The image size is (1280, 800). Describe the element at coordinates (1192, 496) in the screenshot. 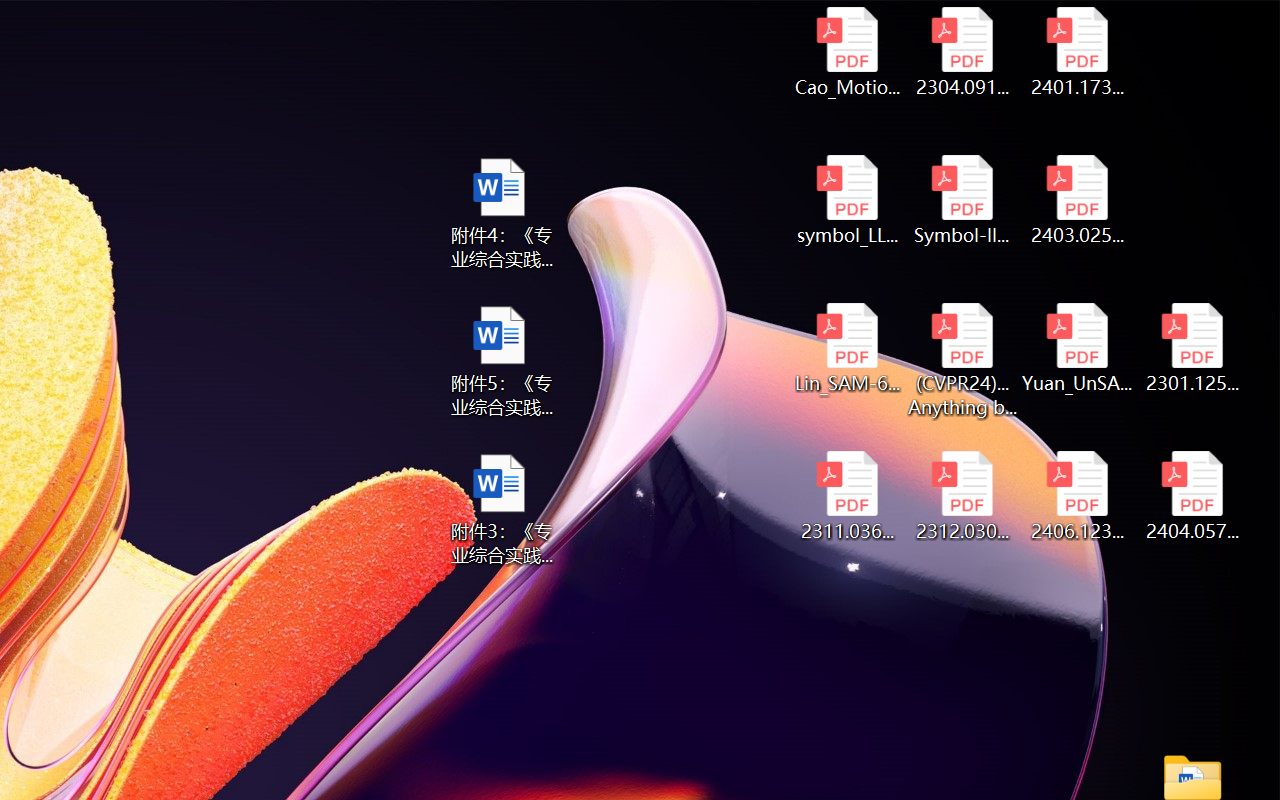

I see `'2404.05719v1.pdf'` at that location.